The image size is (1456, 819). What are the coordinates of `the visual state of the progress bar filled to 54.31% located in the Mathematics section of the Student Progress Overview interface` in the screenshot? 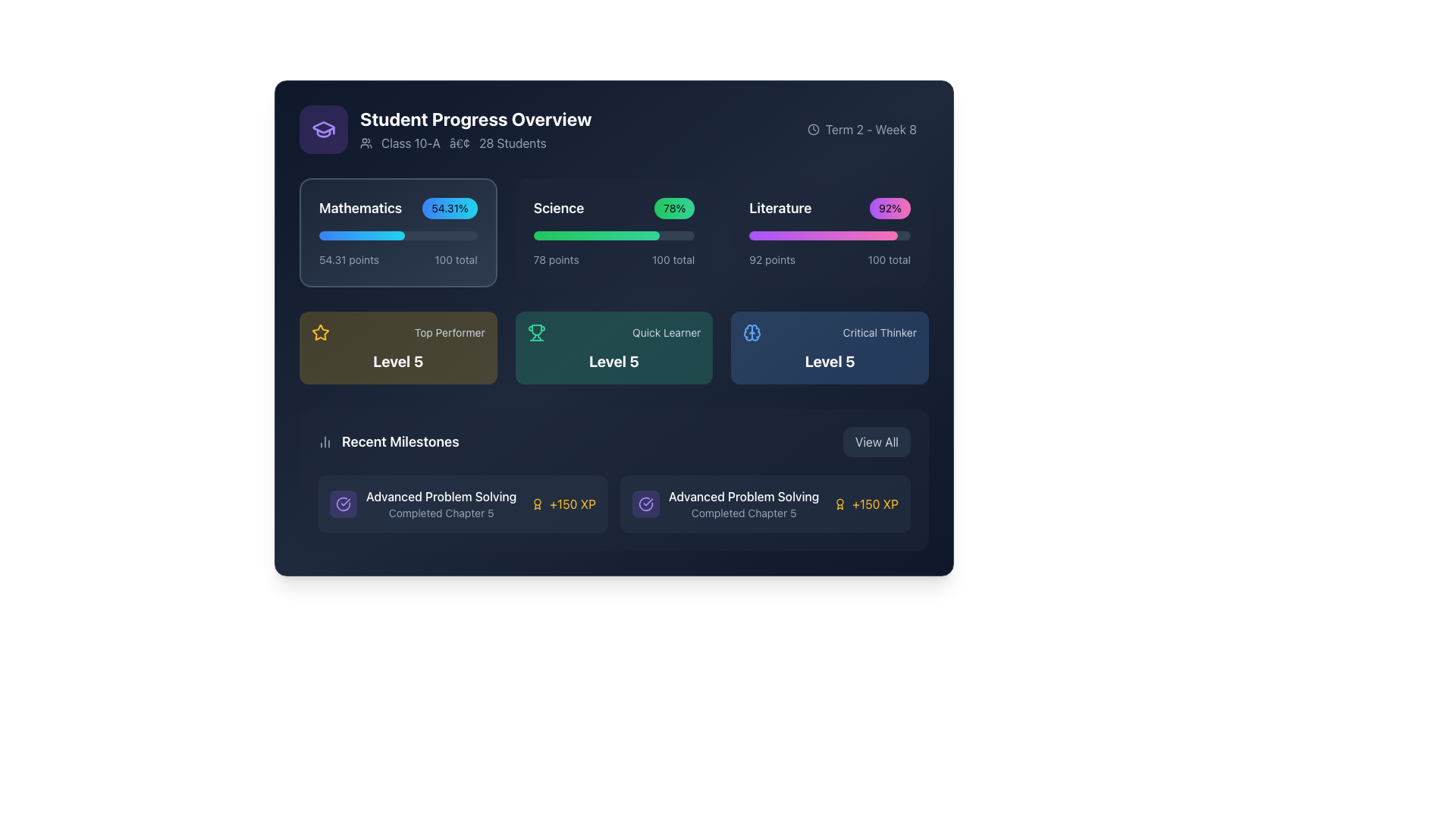 It's located at (361, 236).